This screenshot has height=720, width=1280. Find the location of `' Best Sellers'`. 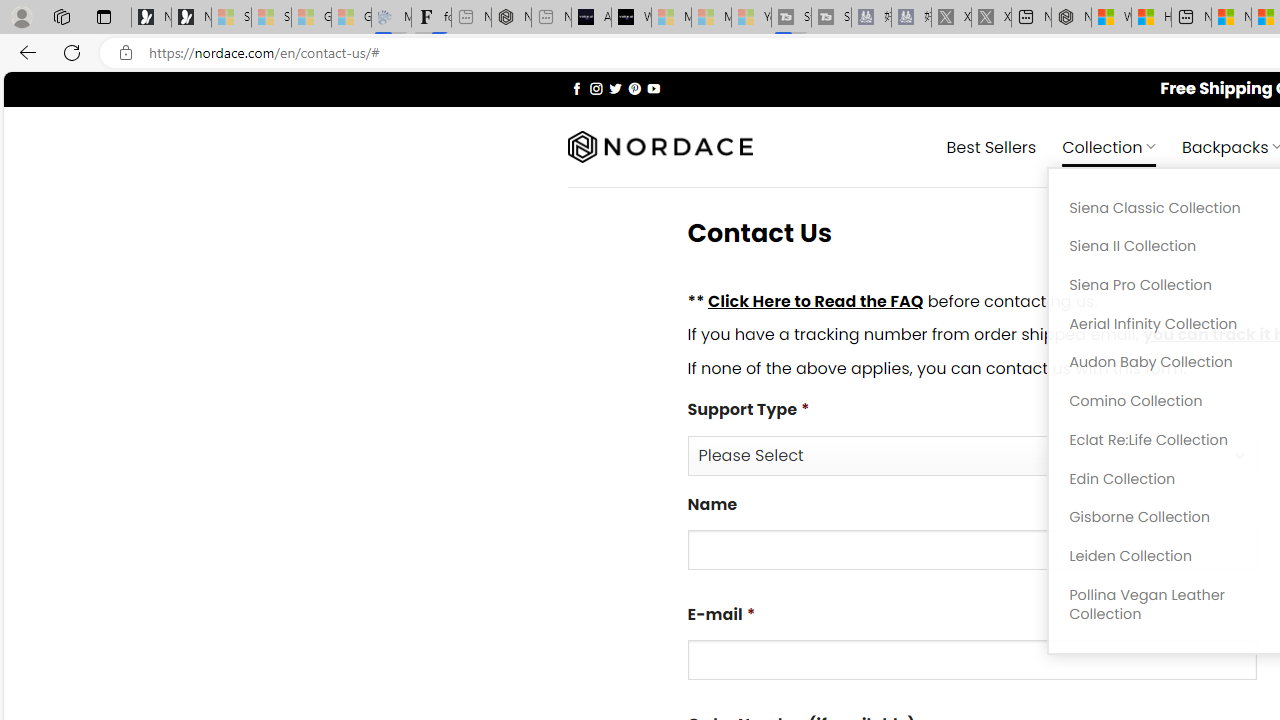

' Best Sellers' is located at coordinates (991, 145).